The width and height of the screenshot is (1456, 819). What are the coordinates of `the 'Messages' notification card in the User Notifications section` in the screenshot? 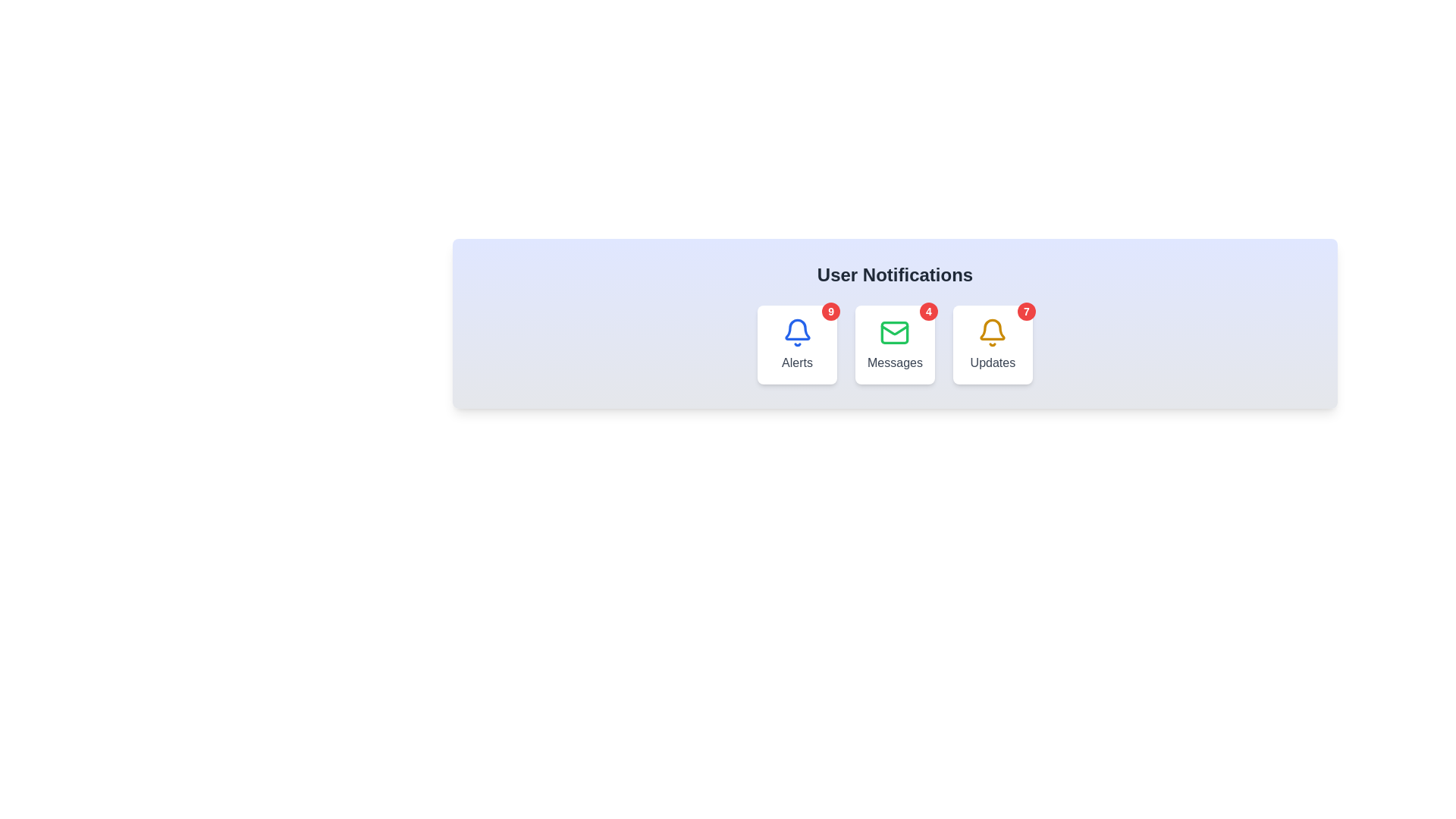 It's located at (895, 345).